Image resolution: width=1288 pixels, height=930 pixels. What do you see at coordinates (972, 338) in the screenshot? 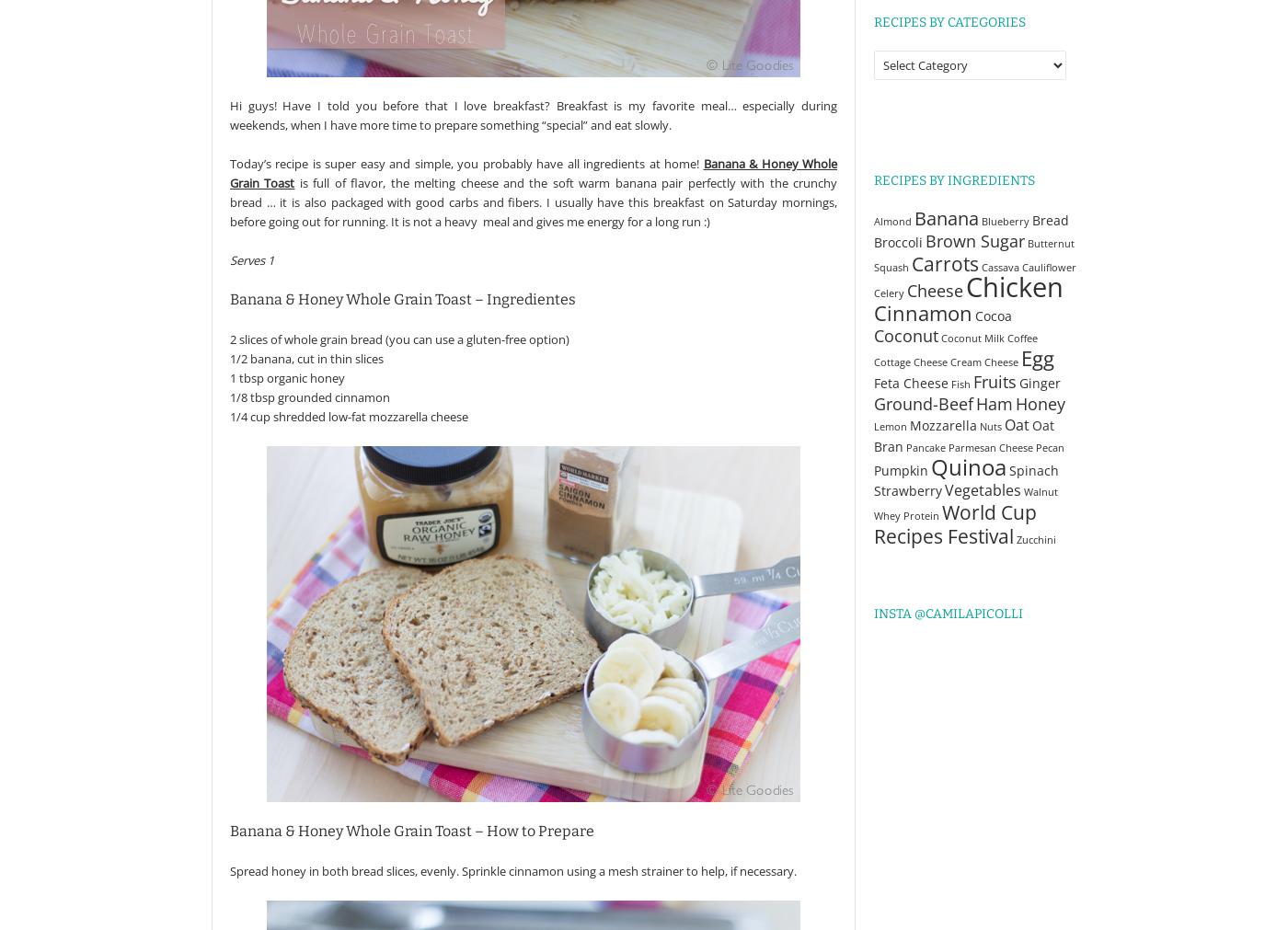
I see `'Coconut Milk'` at bounding box center [972, 338].